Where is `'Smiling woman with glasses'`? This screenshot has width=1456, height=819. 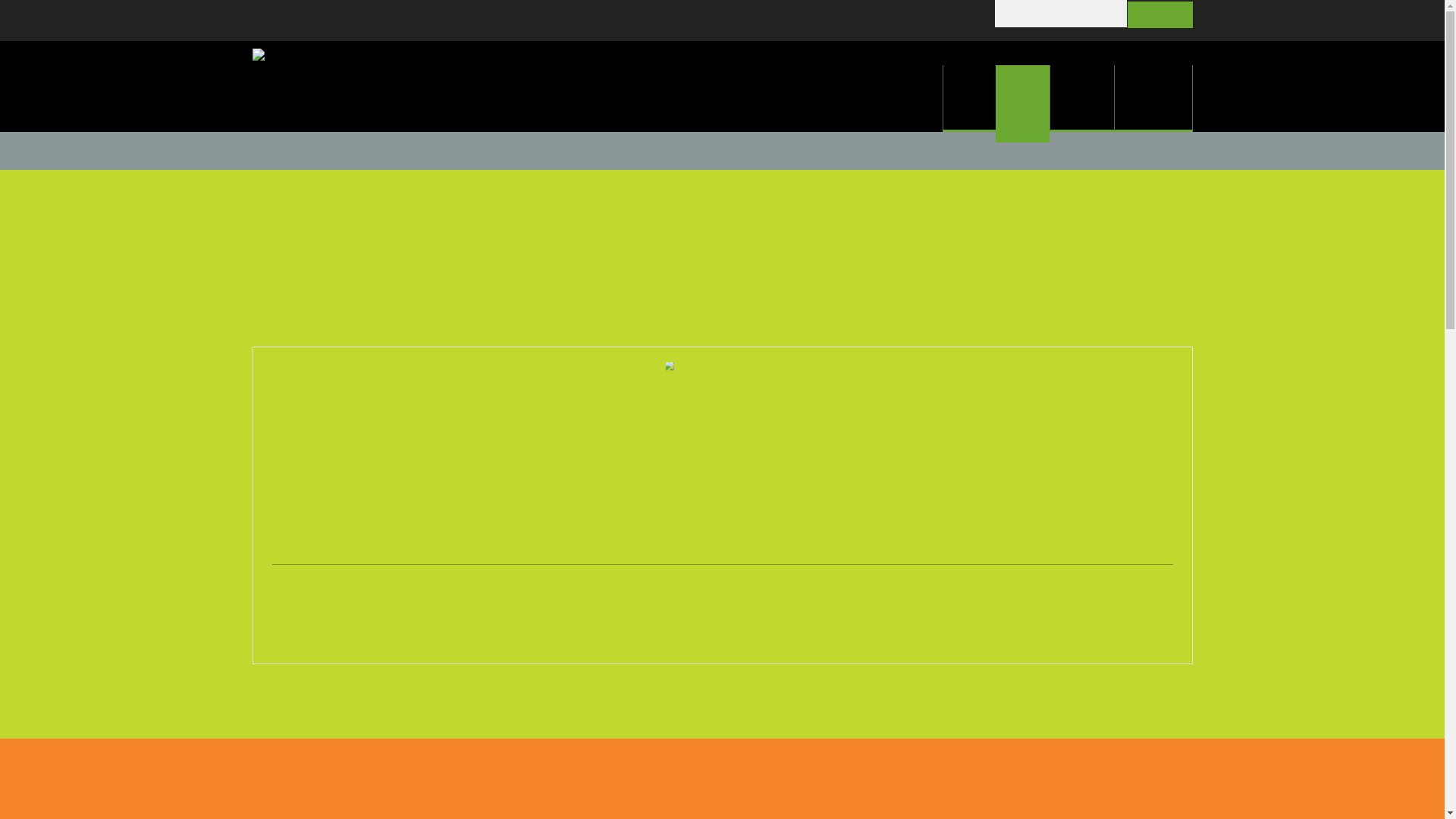
'Smiling woman with glasses' is located at coordinates (721, 422).